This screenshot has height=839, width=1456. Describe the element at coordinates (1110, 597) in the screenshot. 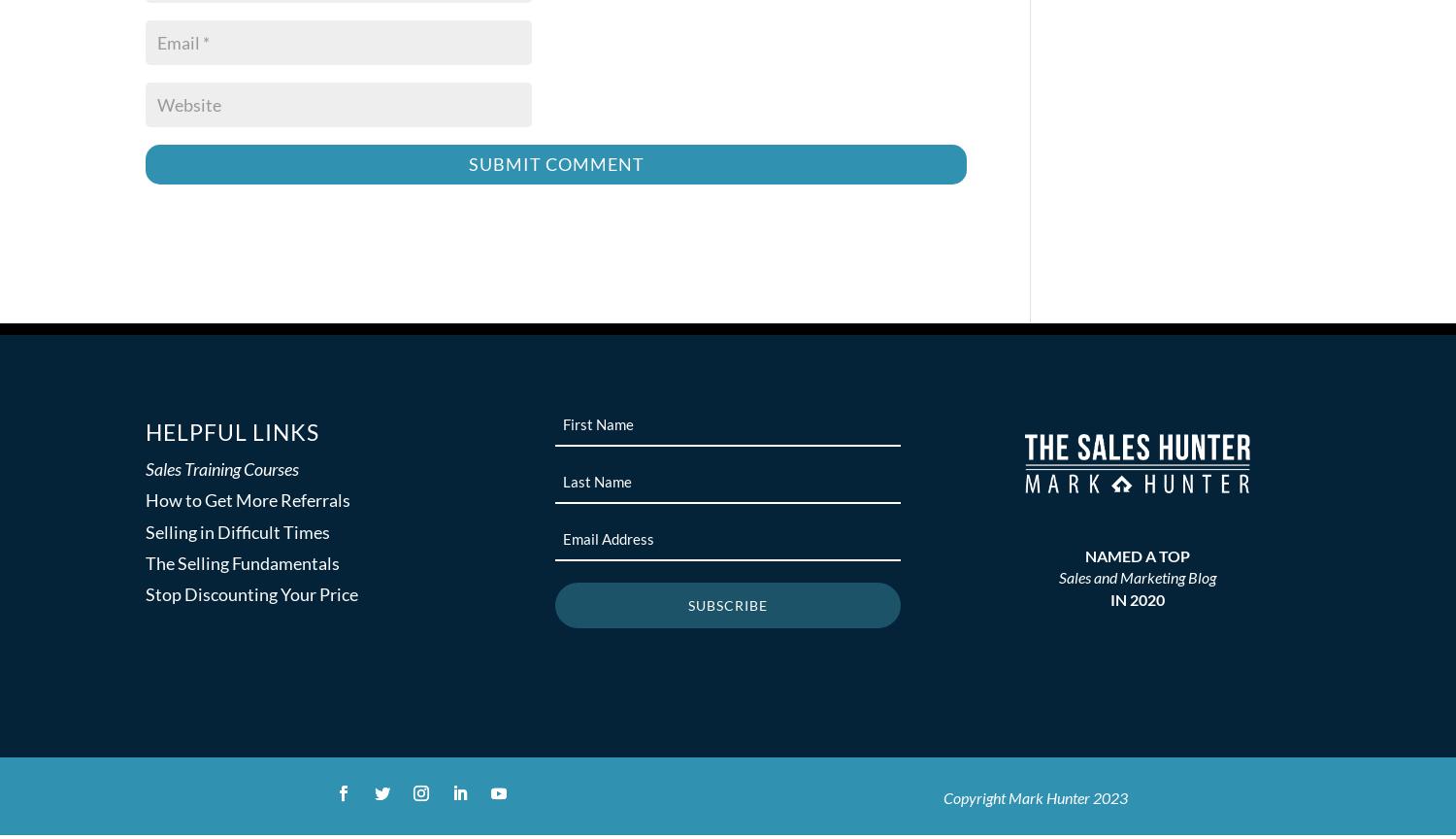

I see `'IN 2020'` at that location.